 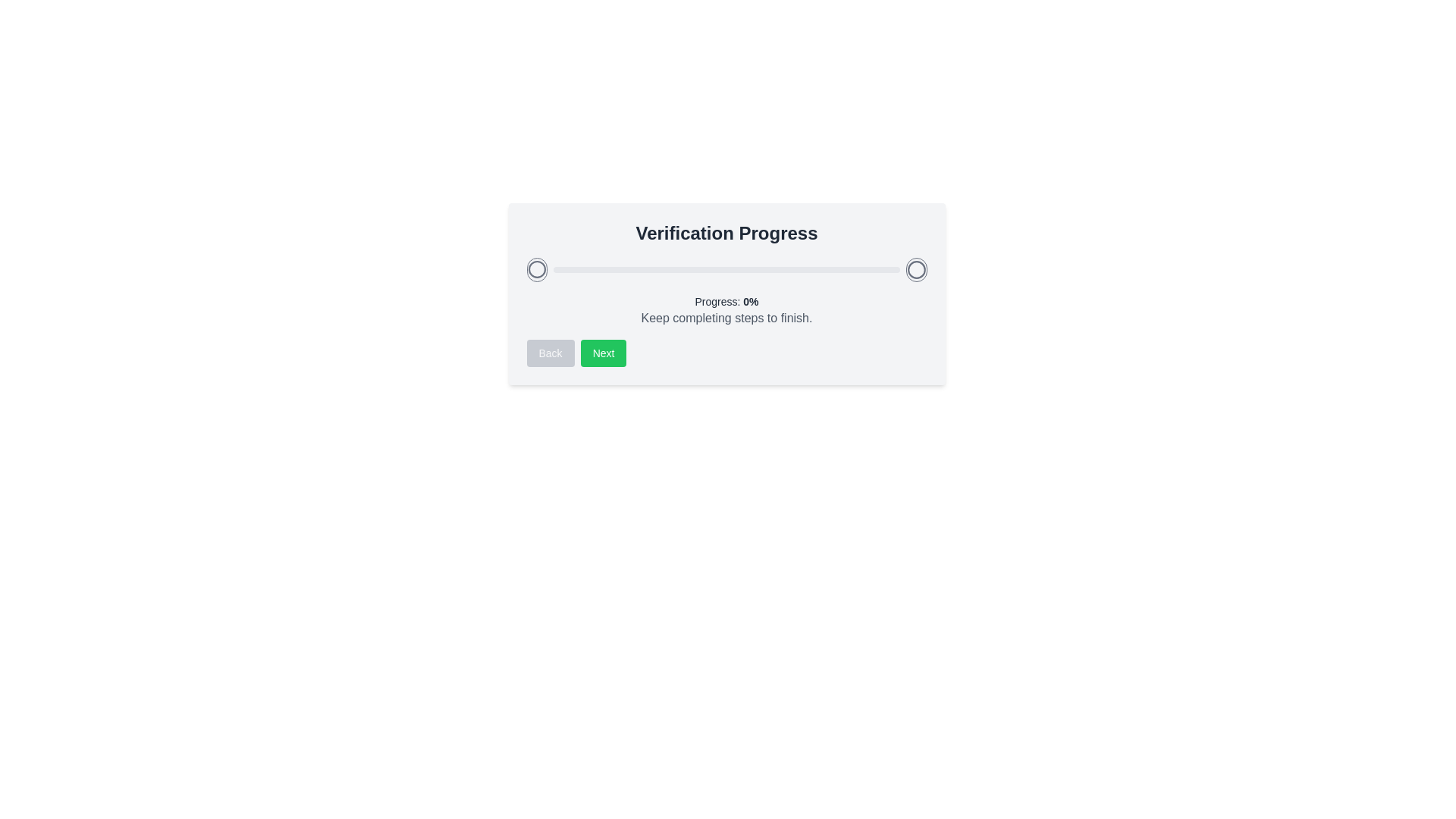 What do you see at coordinates (537, 268) in the screenshot?
I see `the circular icon with a gray border located on the leftmost side of a horizontal arrangement of elements` at bounding box center [537, 268].